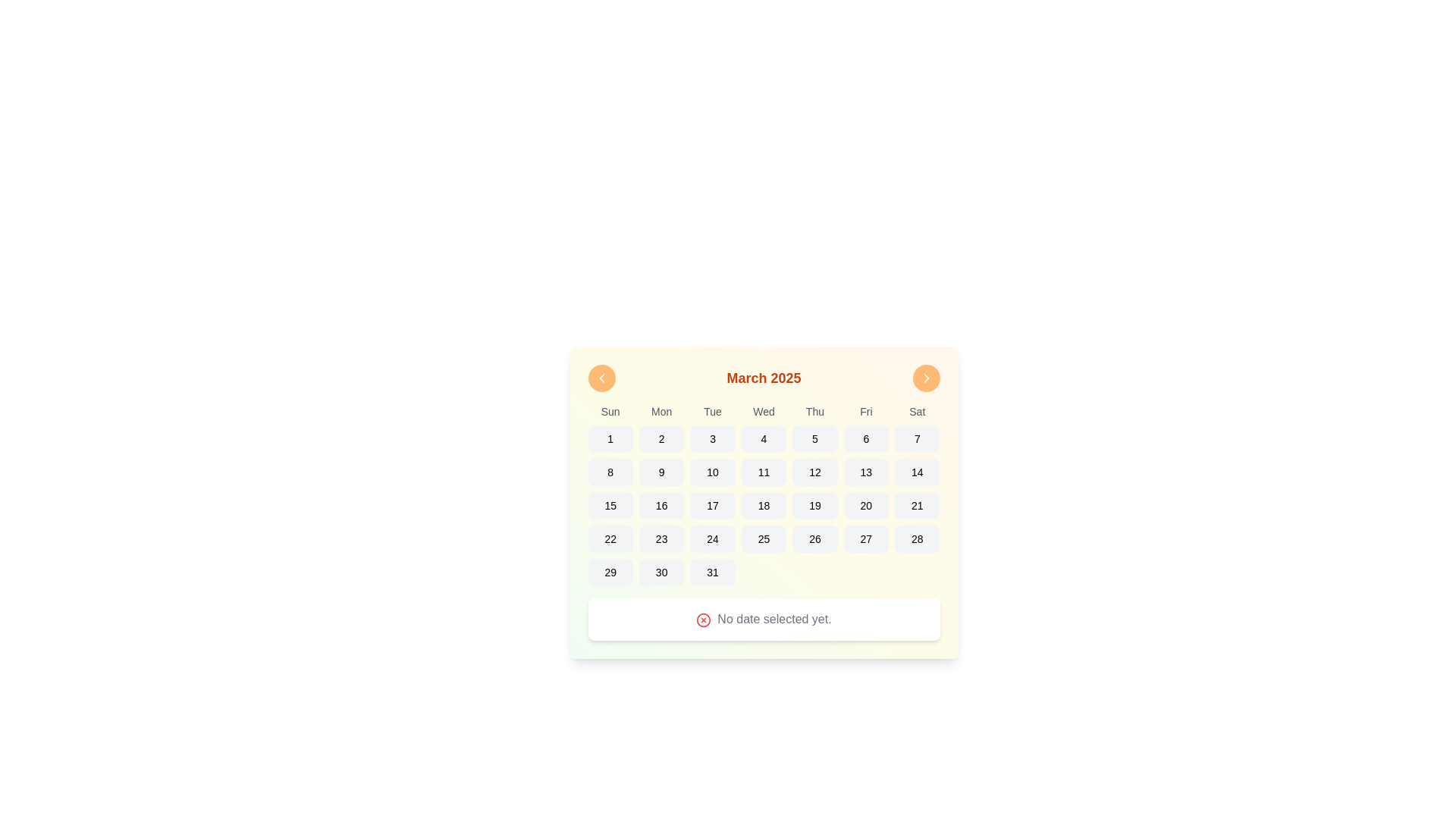  Describe the element at coordinates (916, 438) in the screenshot. I see `the clickable calendar day block displaying the numeral '7' under the 'Sat' column` at that location.